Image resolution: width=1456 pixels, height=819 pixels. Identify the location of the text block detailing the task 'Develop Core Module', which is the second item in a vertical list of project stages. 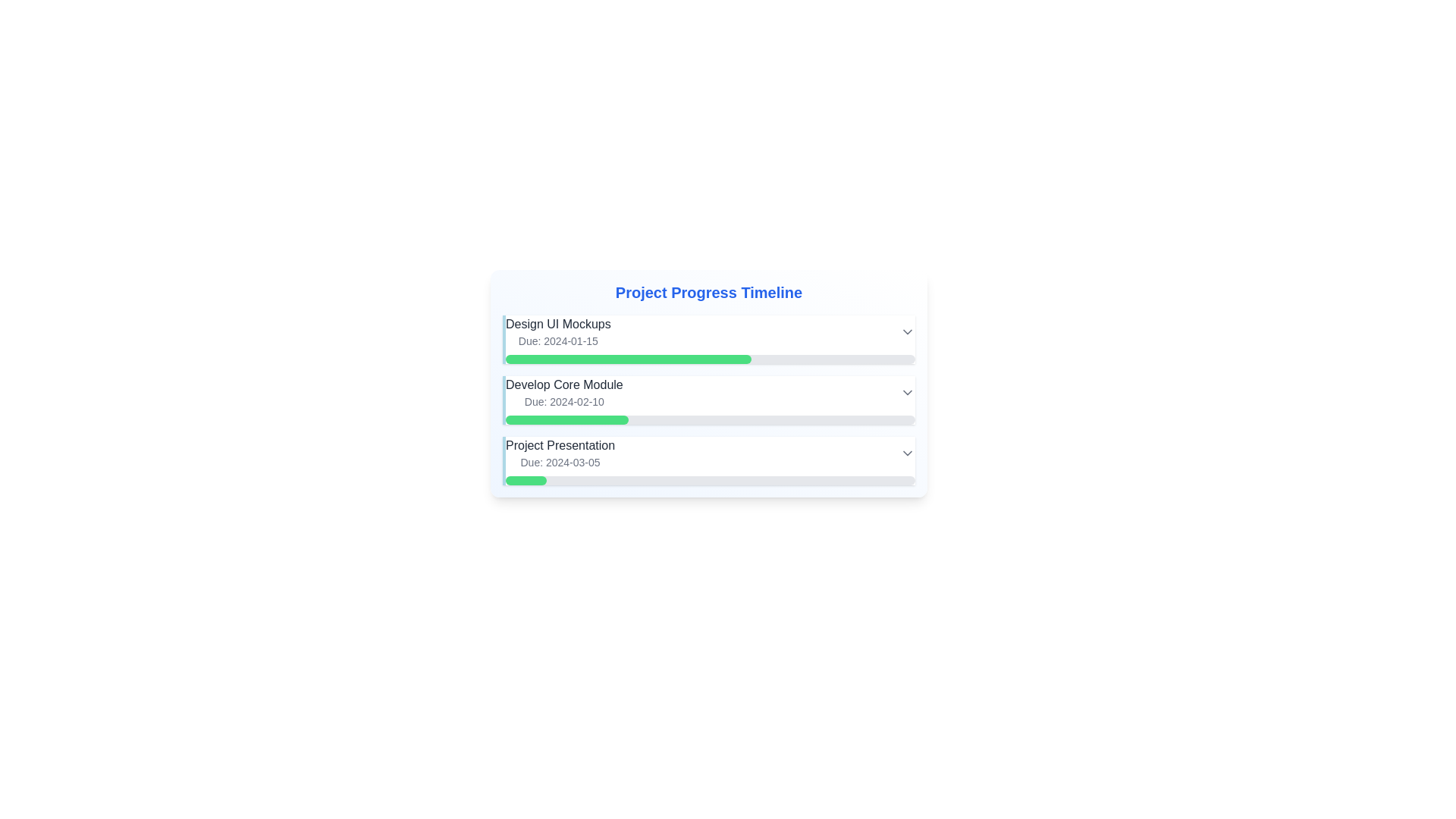
(563, 391).